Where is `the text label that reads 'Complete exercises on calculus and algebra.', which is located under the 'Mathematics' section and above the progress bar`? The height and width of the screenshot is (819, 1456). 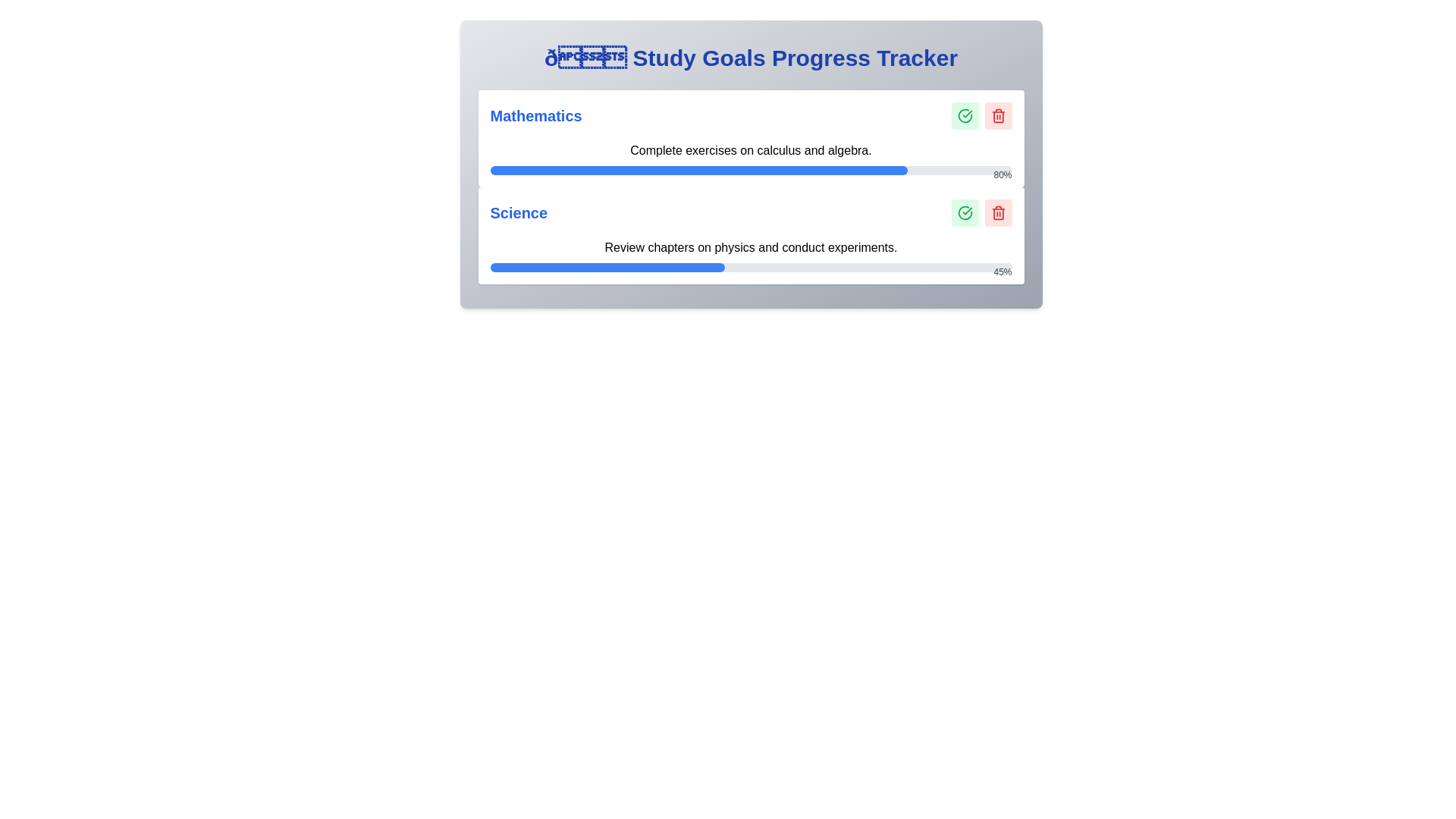 the text label that reads 'Complete exercises on calculus and algebra.', which is located under the 'Mathematics' section and above the progress bar is located at coordinates (751, 151).